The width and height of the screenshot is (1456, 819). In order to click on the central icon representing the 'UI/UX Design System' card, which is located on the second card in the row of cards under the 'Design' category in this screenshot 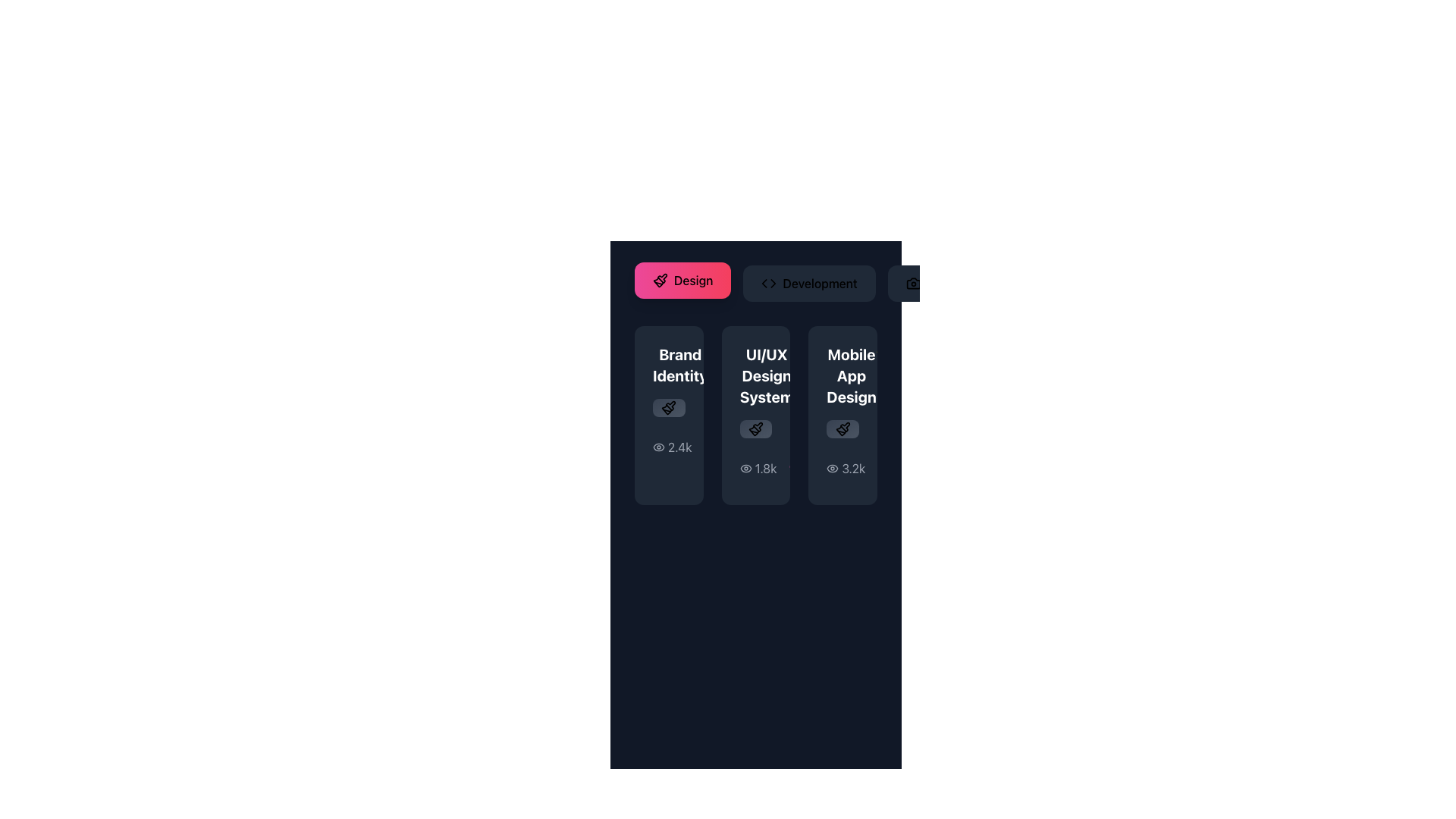, I will do `click(758, 427)`.